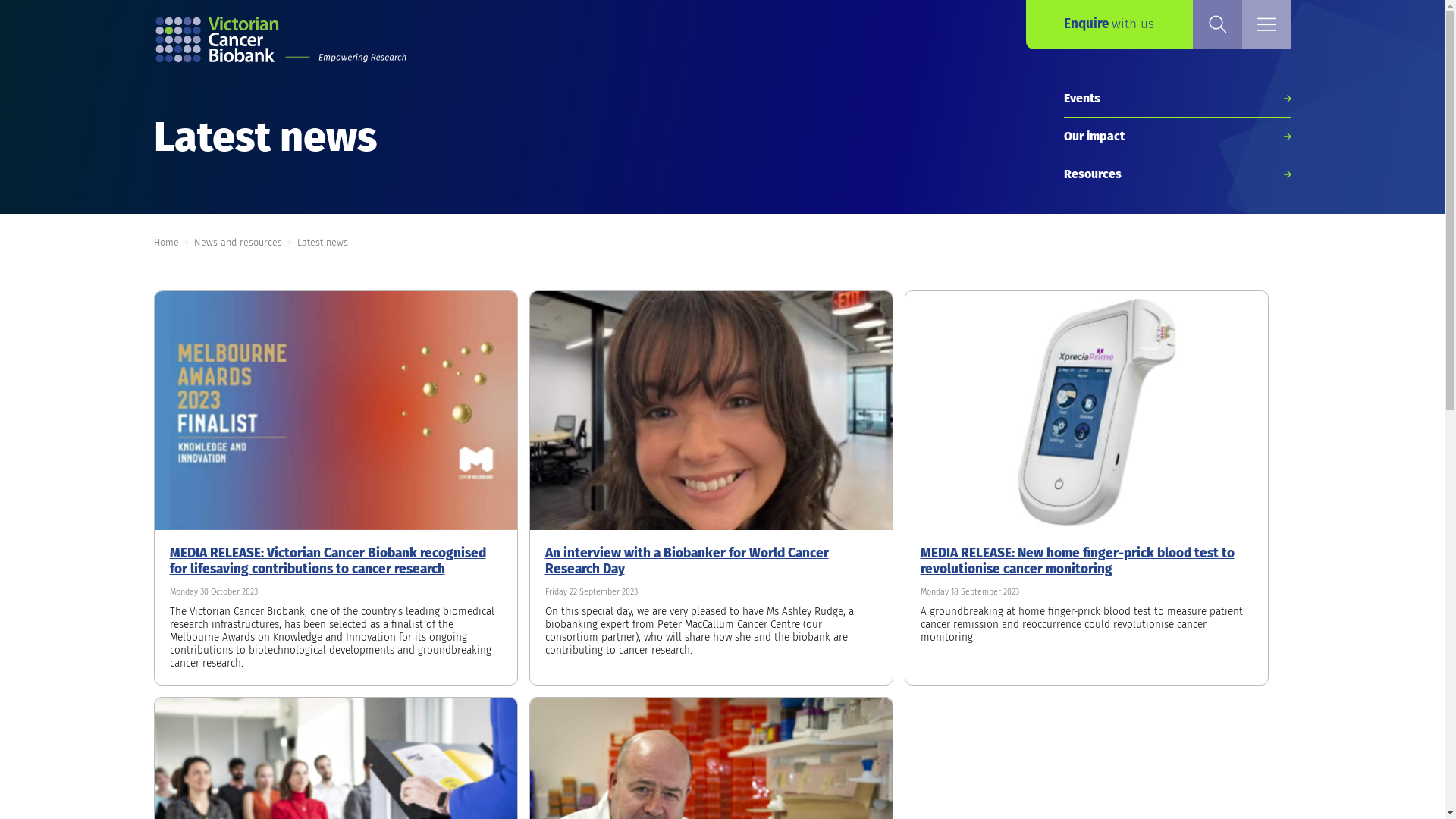  What do you see at coordinates (1109, 24) in the screenshot?
I see `'Enquire with us'` at bounding box center [1109, 24].